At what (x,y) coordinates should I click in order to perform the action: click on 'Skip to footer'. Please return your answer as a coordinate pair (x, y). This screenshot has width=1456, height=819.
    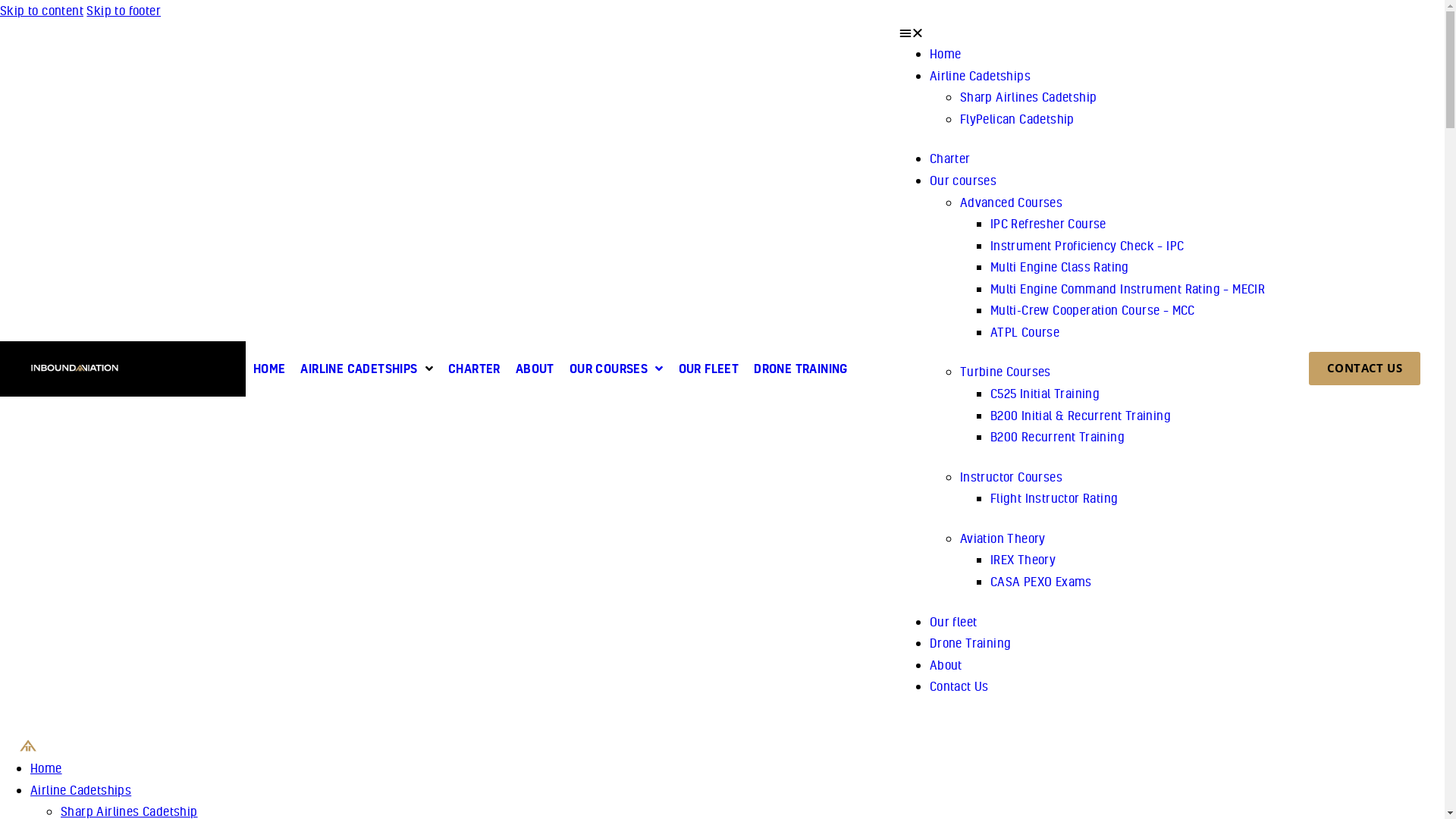
    Looking at the image, I should click on (124, 10).